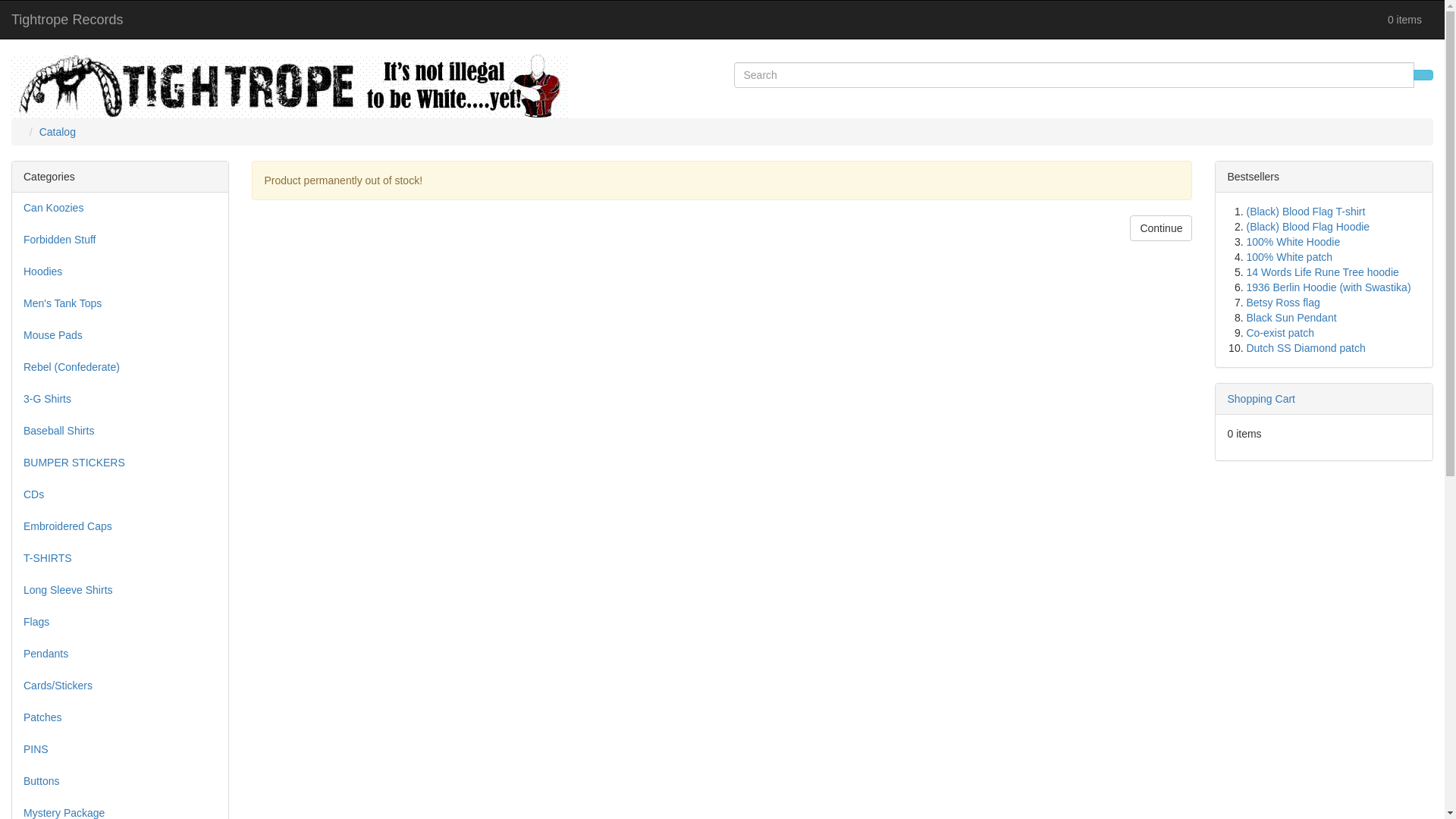 The image size is (1456, 819). Describe the element at coordinates (119, 271) in the screenshot. I see `'Hoodies'` at that location.